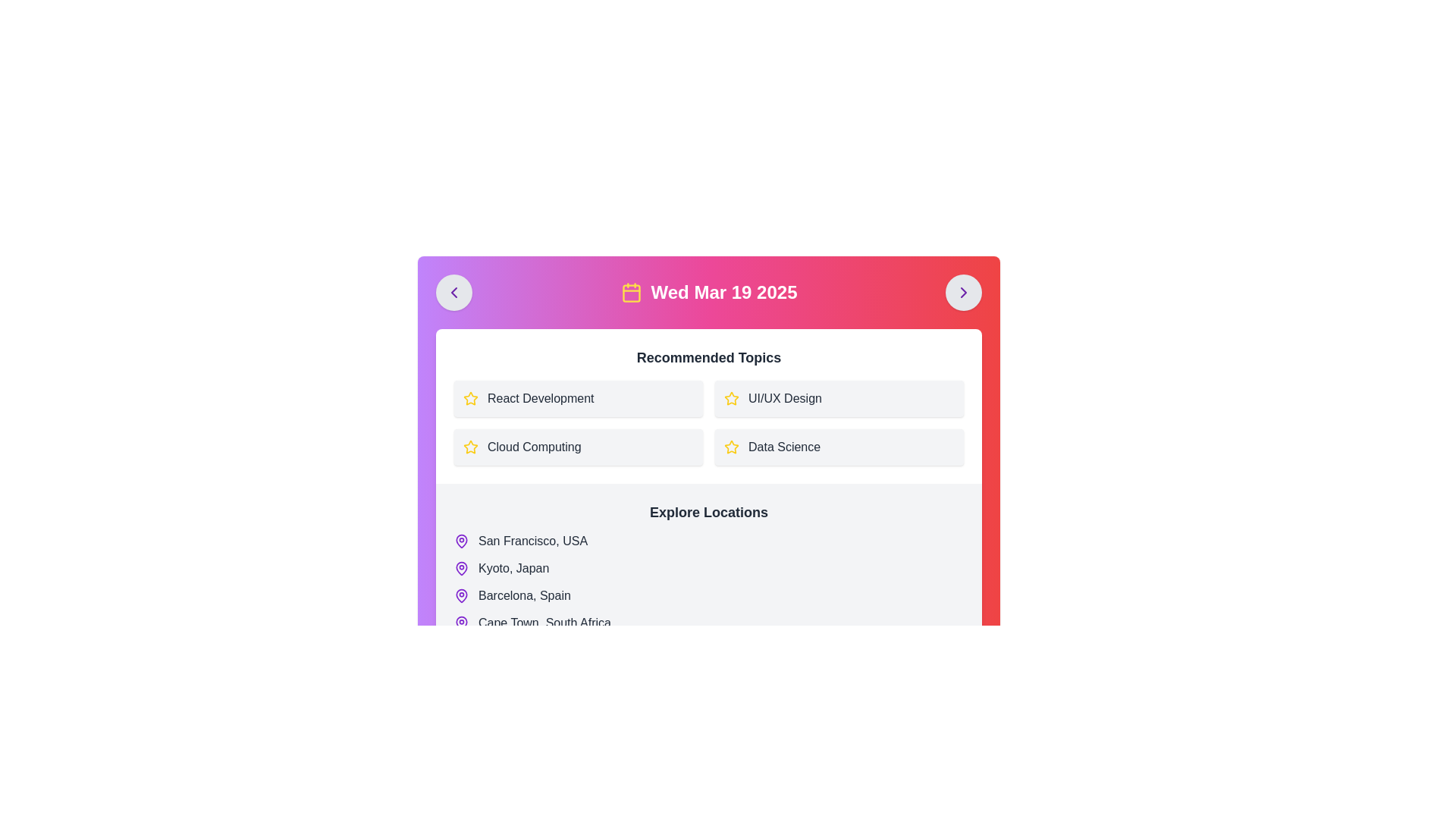  What do you see at coordinates (469, 397) in the screenshot?
I see `the star icon located in the second column of the 'Recommended Topics' section` at bounding box center [469, 397].